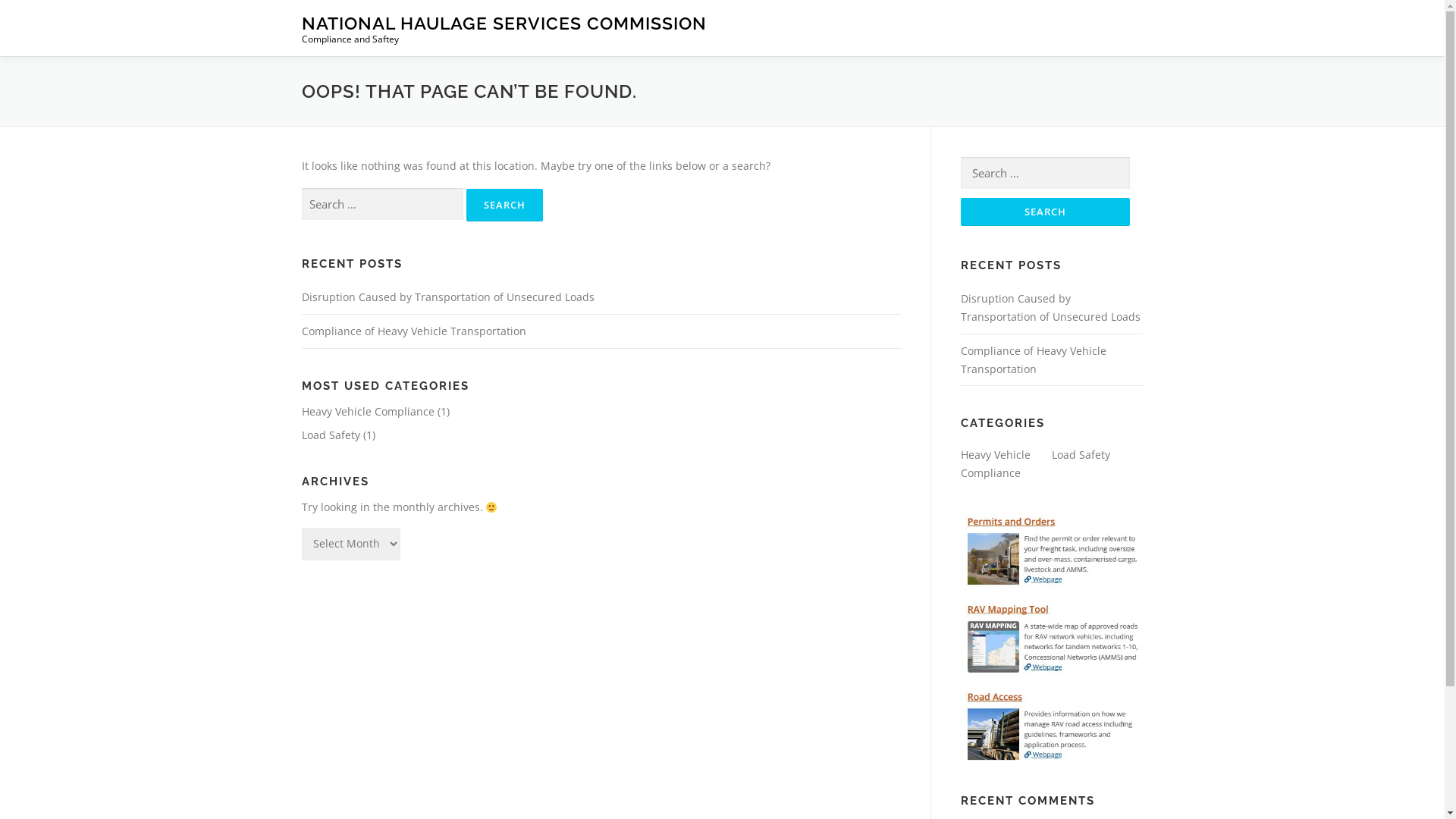  I want to click on 'Search', so click(1043, 212).